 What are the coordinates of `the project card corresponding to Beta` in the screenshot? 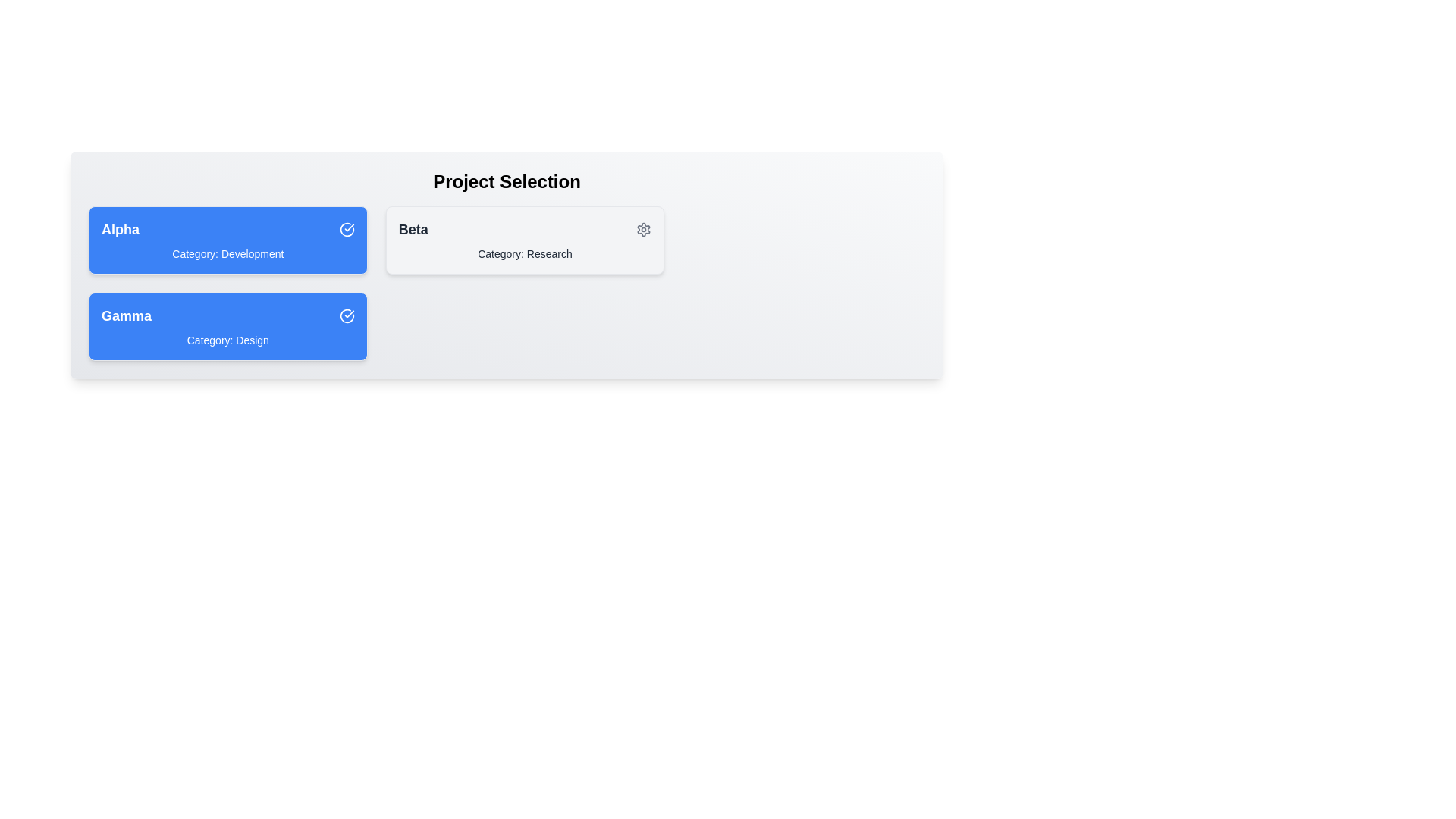 It's located at (525, 239).